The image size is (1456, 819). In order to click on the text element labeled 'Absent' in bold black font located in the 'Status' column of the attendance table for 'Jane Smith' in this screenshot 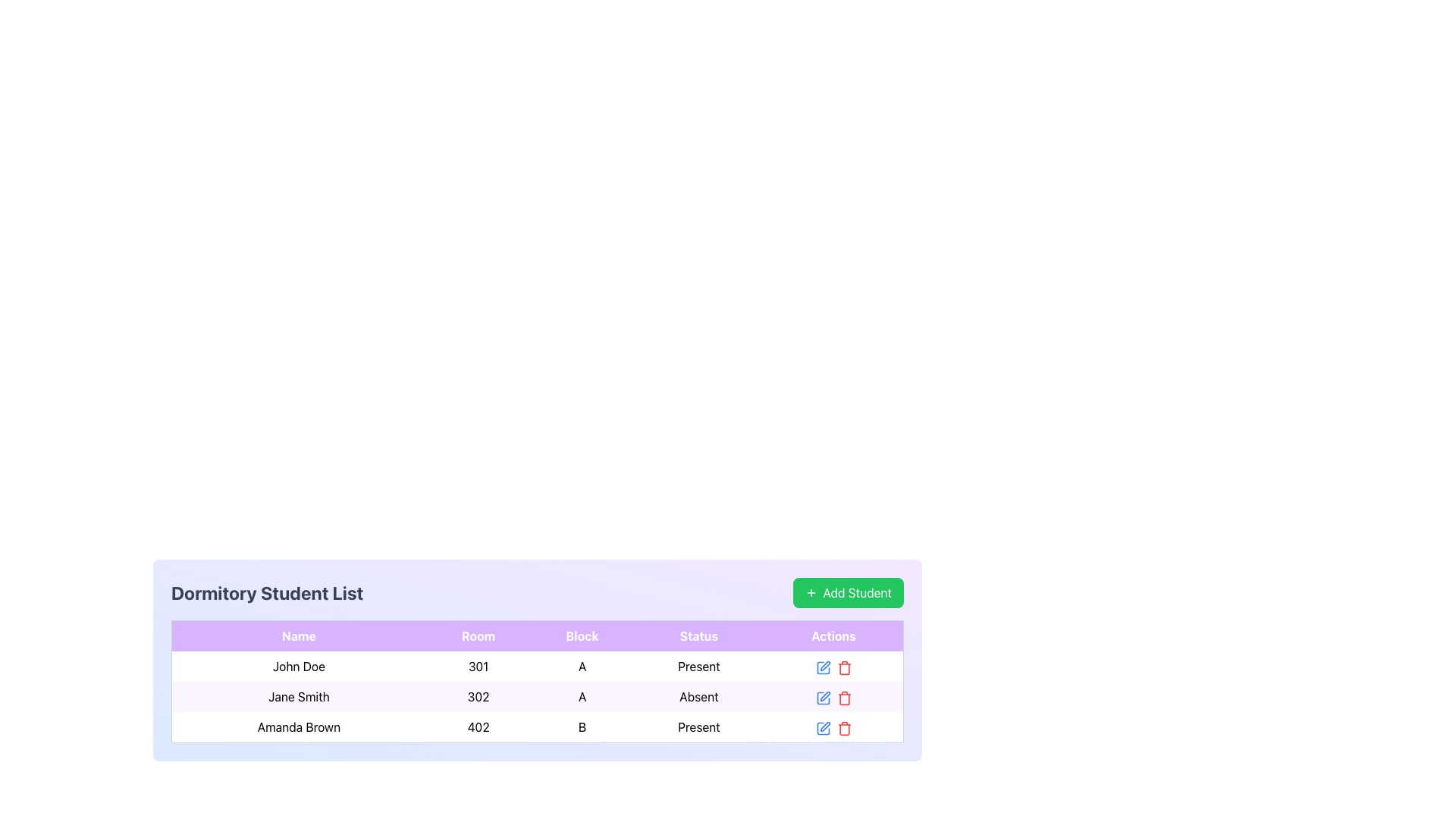, I will do `click(698, 696)`.